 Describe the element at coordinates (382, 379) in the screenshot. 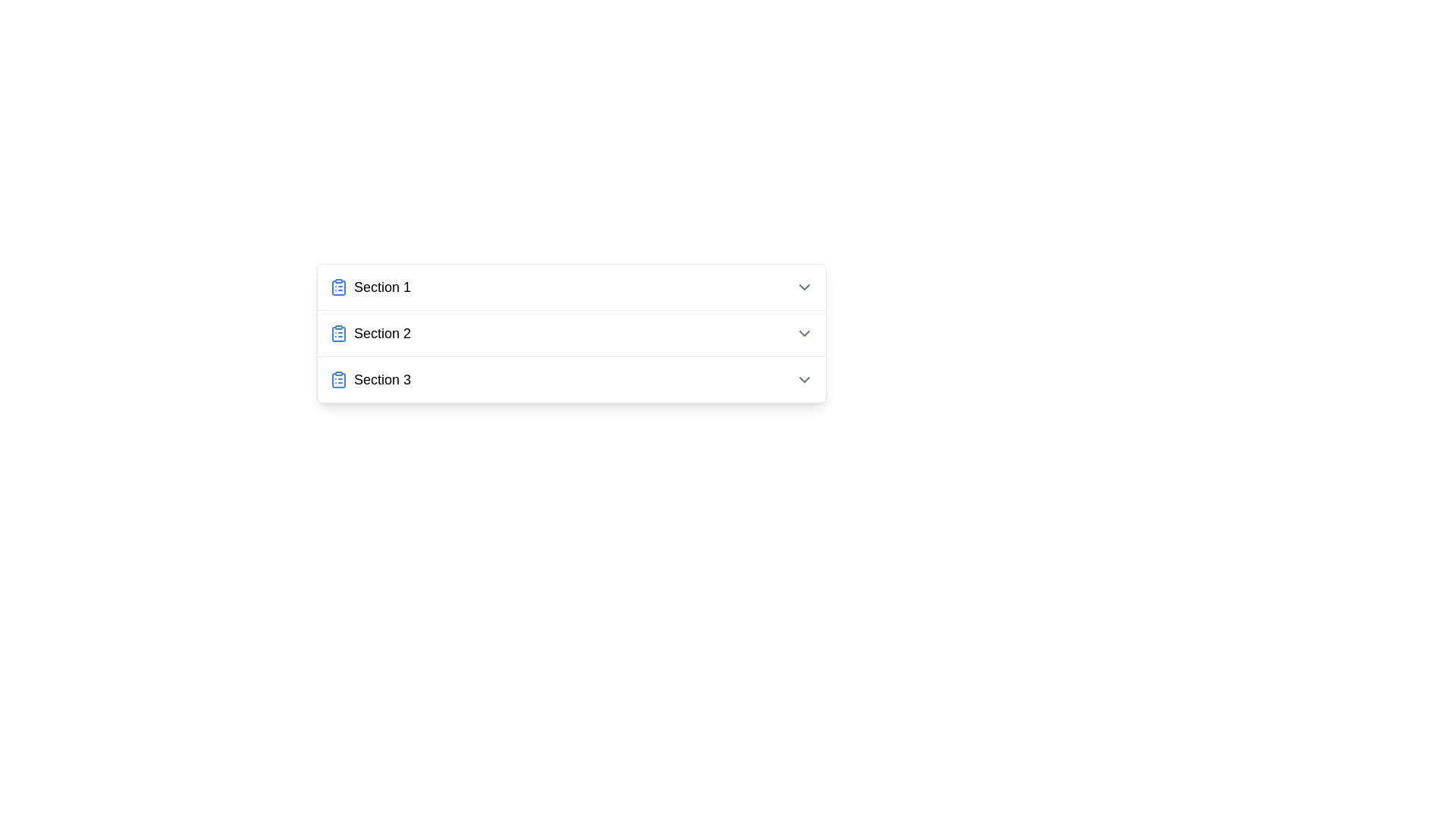

I see `the static text label that reads 'Section 3'` at that location.